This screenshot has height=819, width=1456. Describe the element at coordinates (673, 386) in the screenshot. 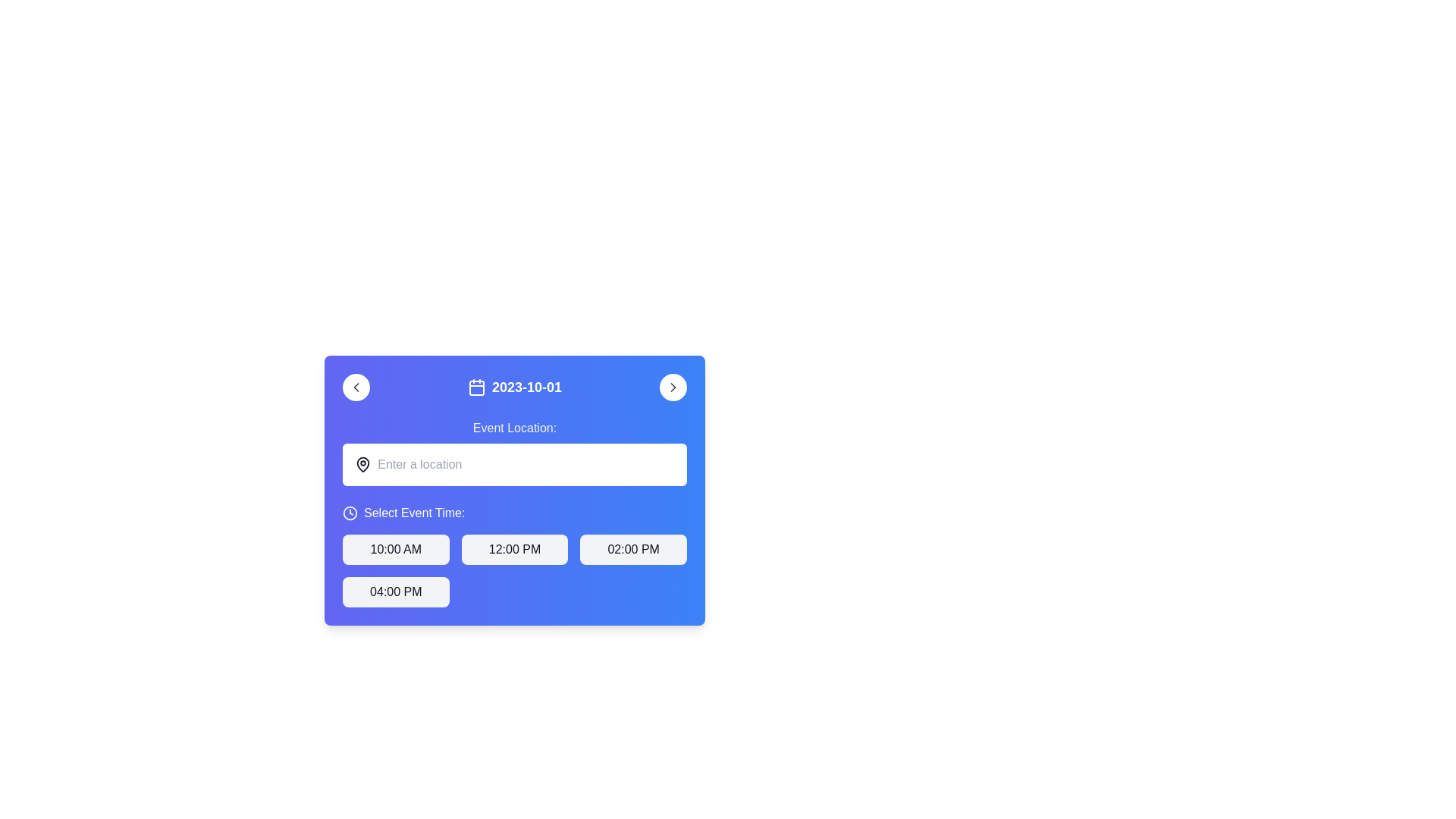

I see `the chevron-right icon located on the right side of the interface, which is part of a draggable component` at that location.